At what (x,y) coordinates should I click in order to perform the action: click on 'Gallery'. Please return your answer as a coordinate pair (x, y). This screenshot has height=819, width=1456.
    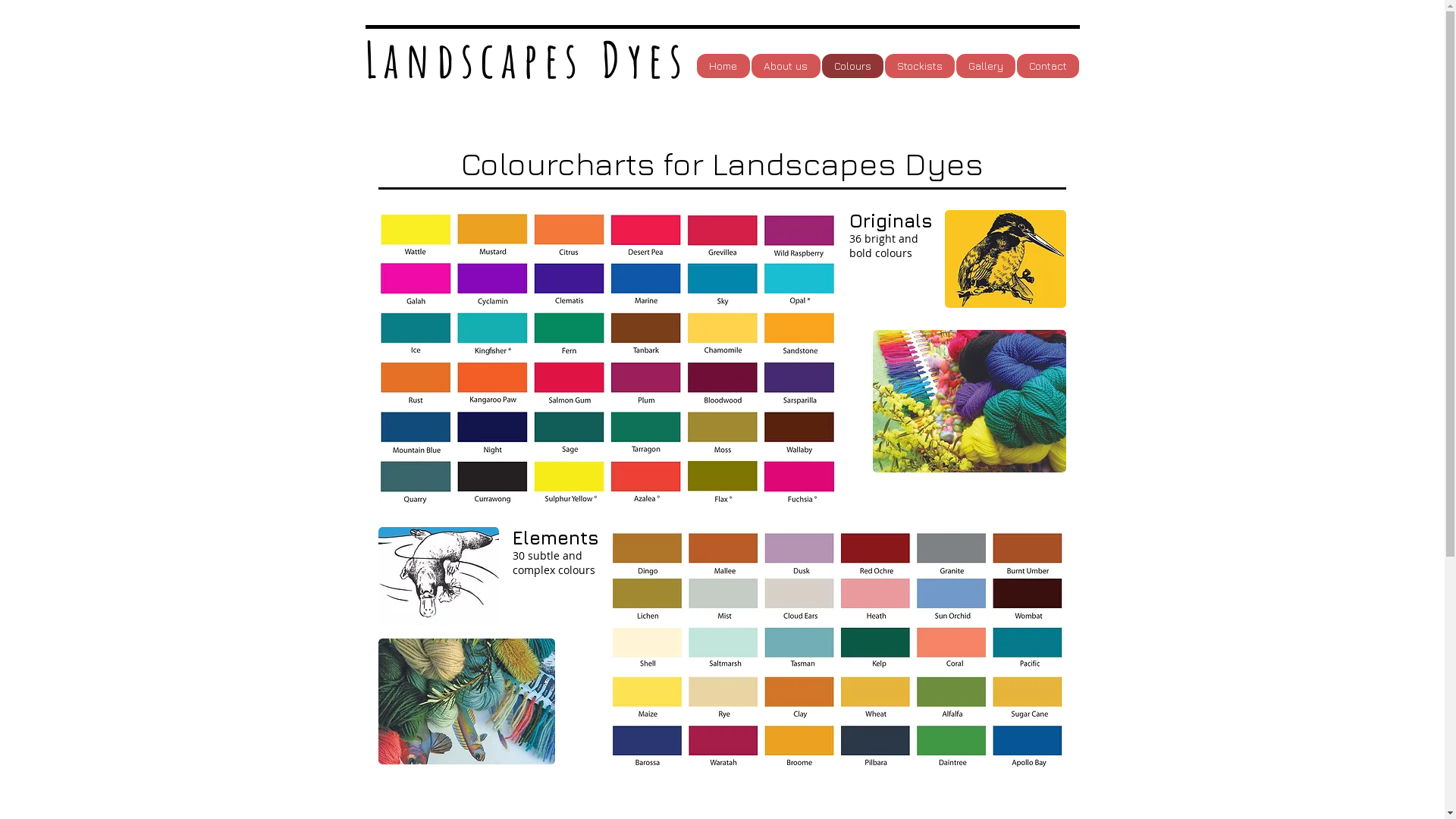
    Looking at the image, I should click on (985, 65).